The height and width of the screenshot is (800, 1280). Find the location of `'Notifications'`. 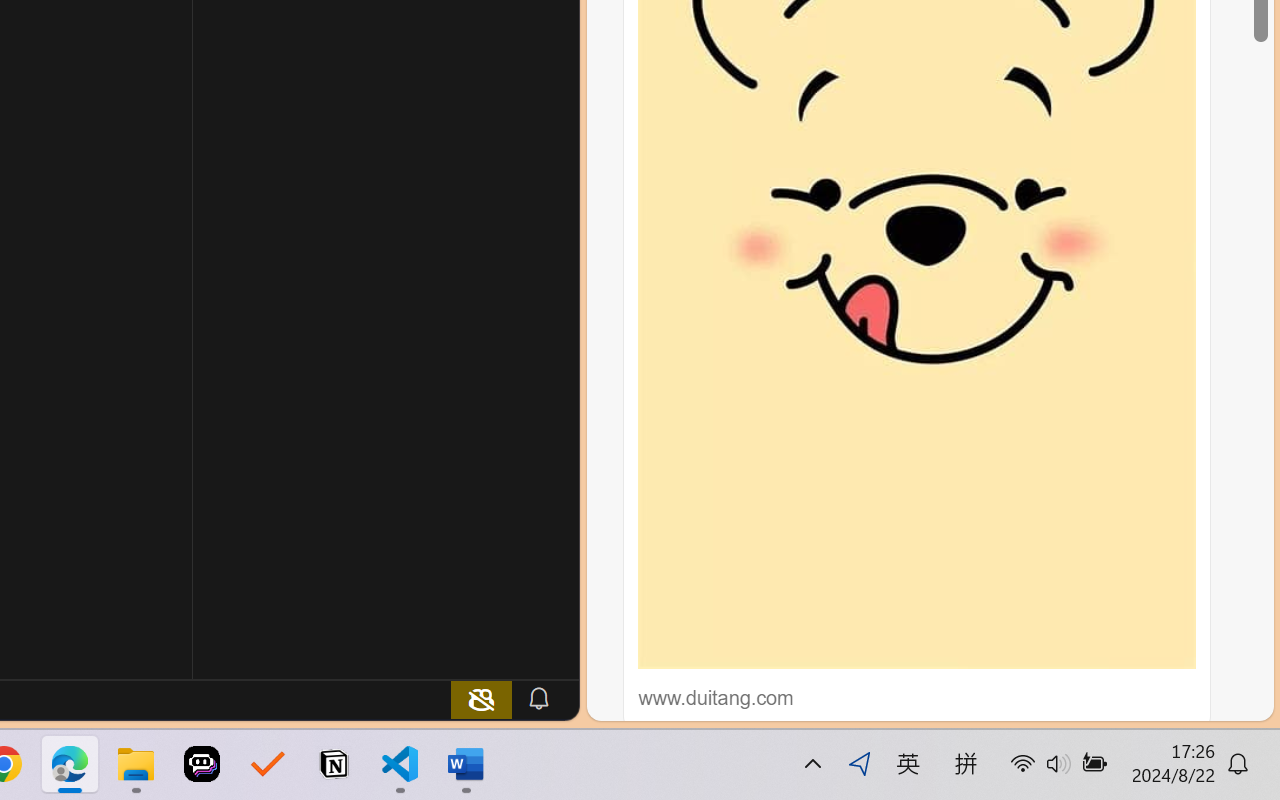

'Notifications' is located at coordinates (538, 698).